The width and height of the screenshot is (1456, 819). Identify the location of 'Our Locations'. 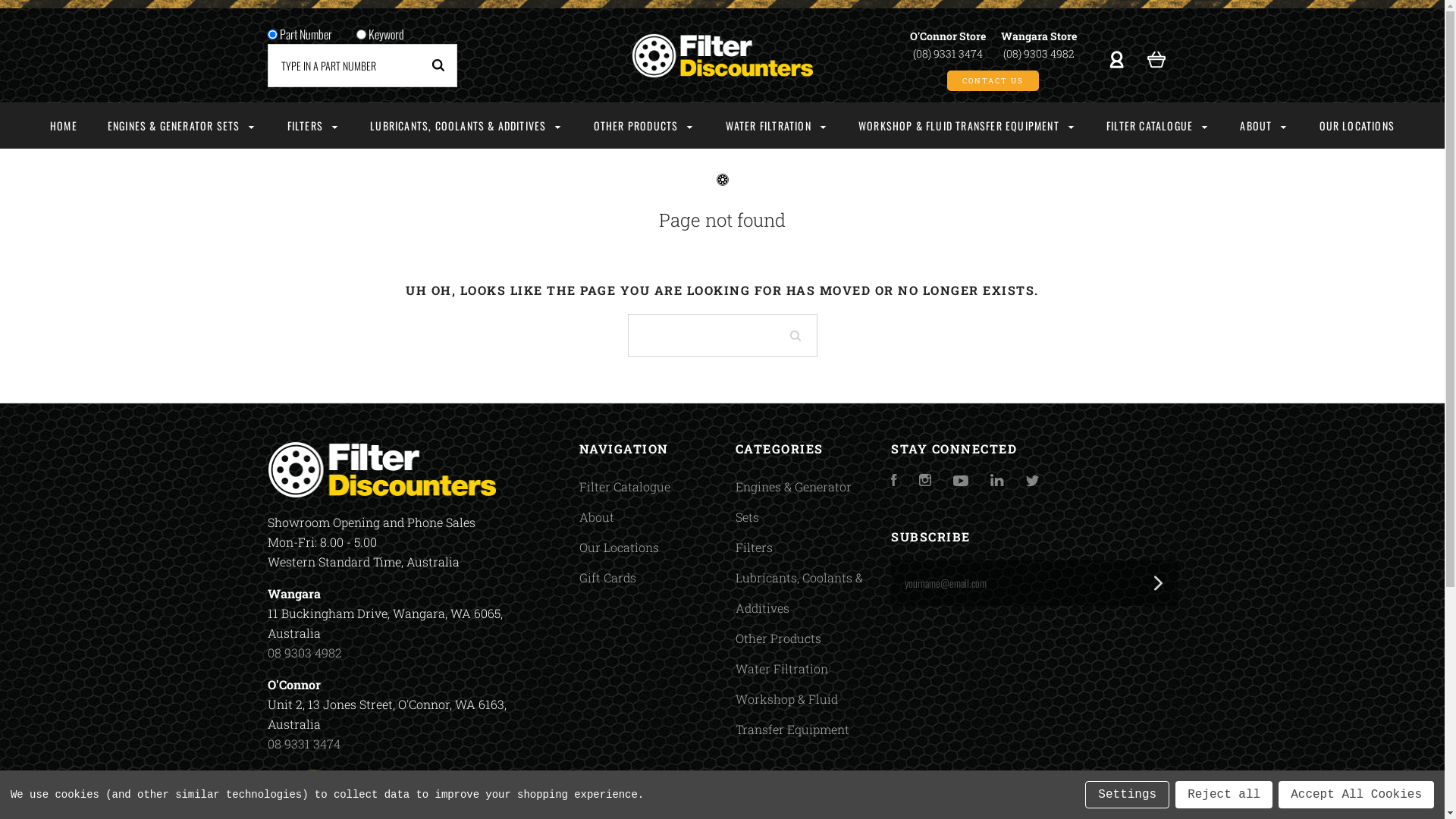
(619, 547).